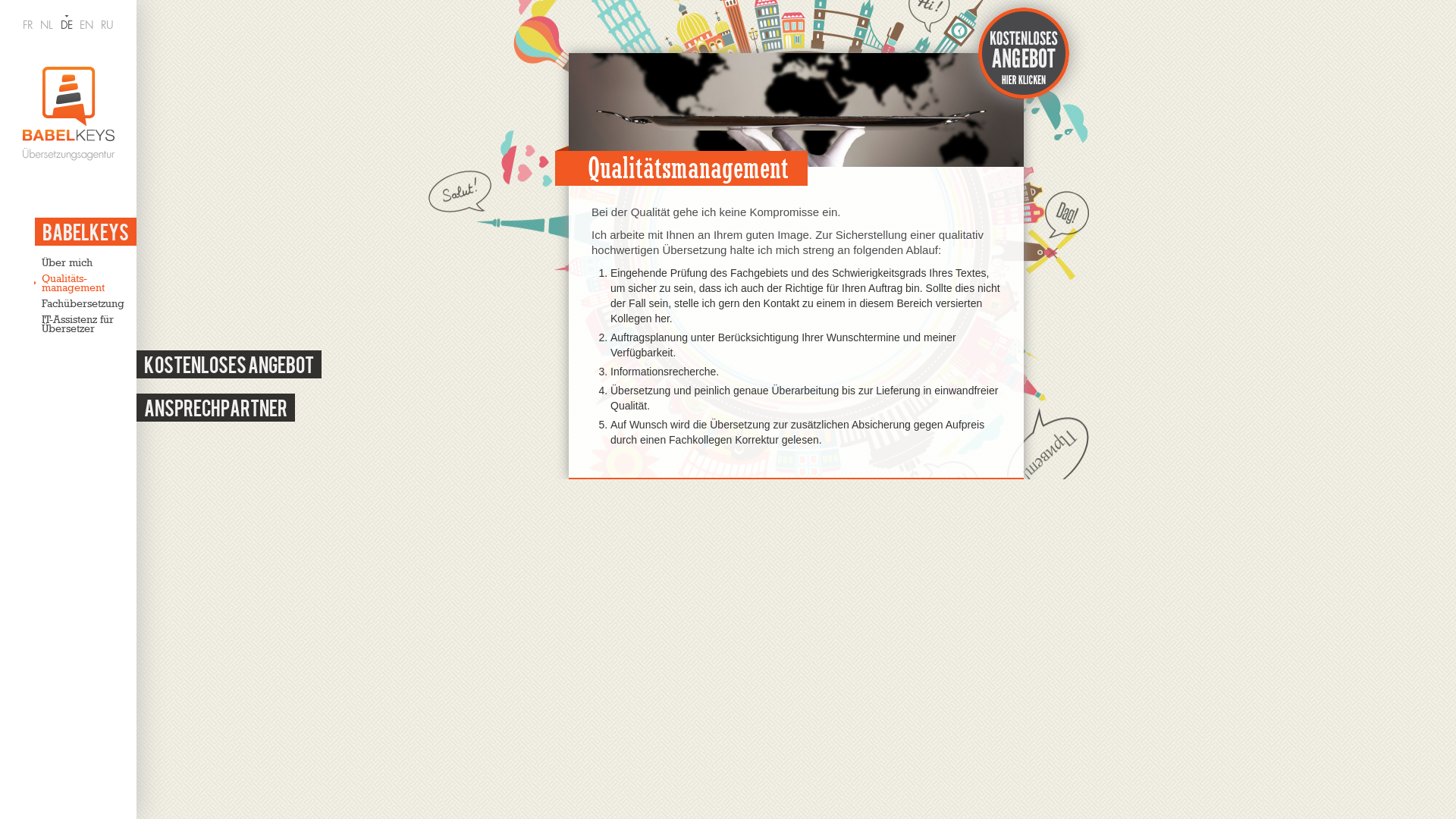  I want to click on 'RU', so click(106, 25).